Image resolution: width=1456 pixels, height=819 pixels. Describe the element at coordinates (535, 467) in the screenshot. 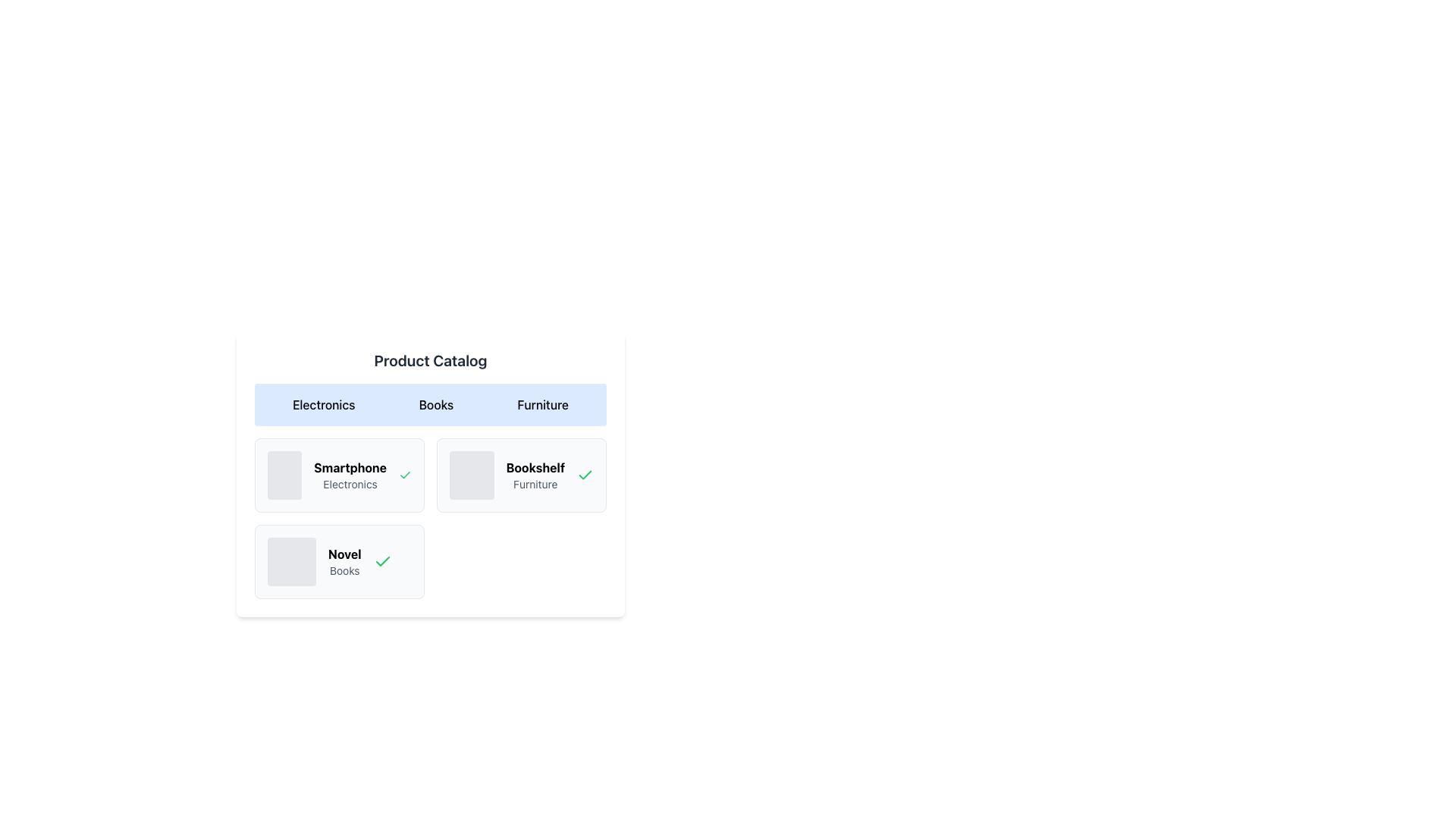

I see `the bold text label 'Bookshelf' which is positioned above the subtitle 'Furniture' in the card interface, located in the second row of the grid layout` at that location.